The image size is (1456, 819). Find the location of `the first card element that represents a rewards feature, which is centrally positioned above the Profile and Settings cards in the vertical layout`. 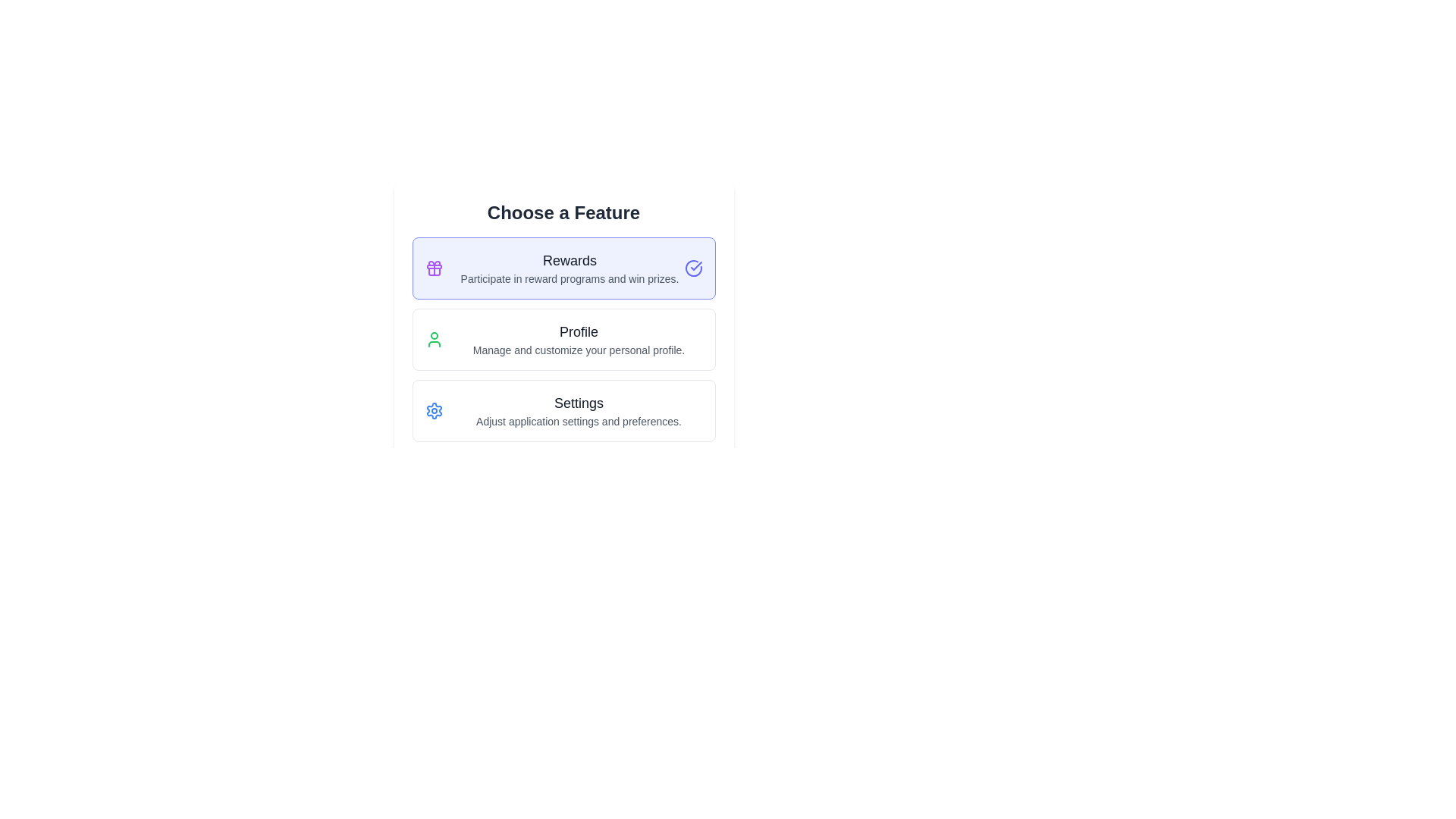

the first card element that represents a rewards feature, which is centrally positioned above the Profile and Settings cards in the vertical layout is located at coordinates (563, 268).